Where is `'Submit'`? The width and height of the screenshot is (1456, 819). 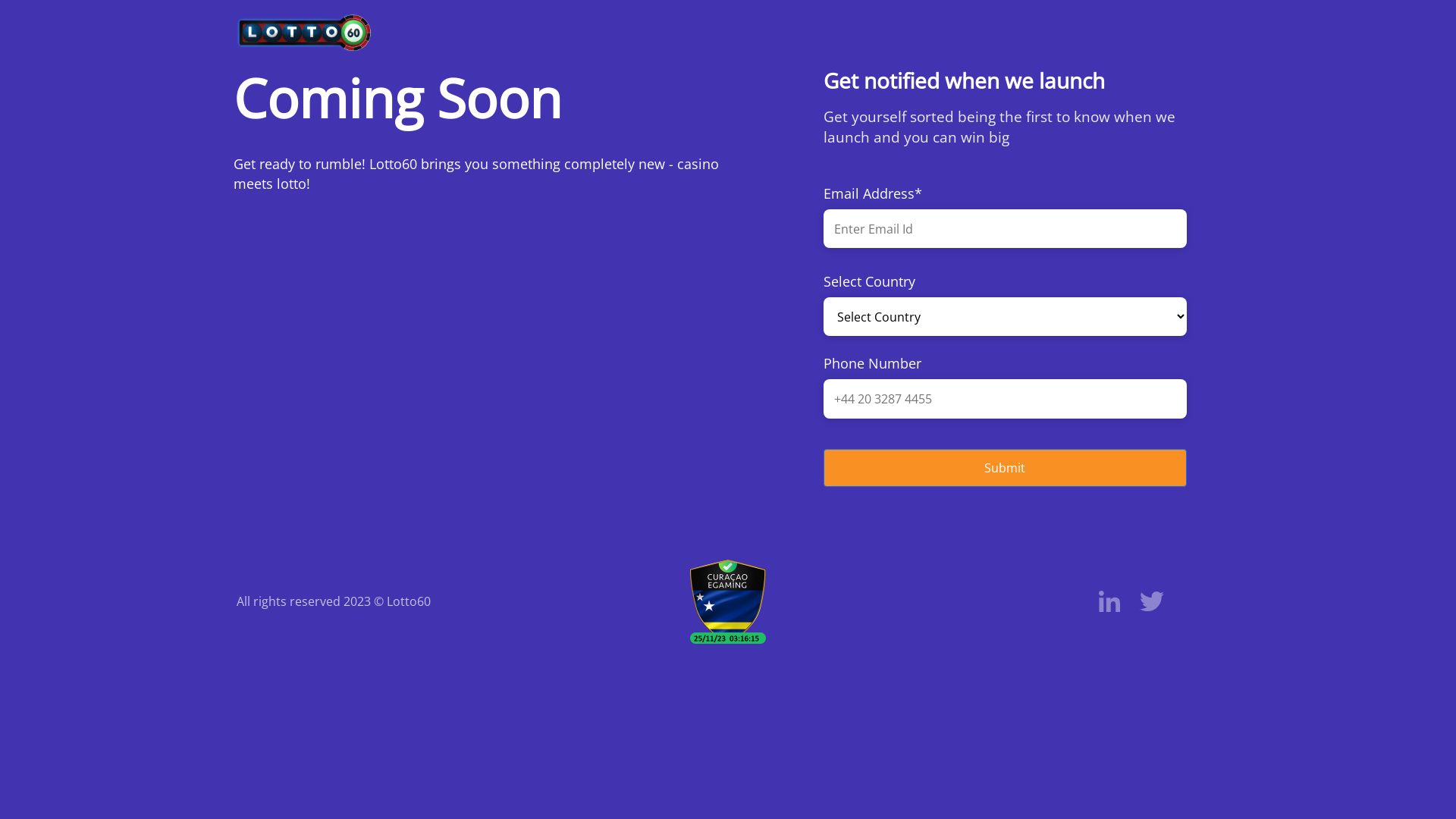 'Submit' is located at coordinates (1005, 444).